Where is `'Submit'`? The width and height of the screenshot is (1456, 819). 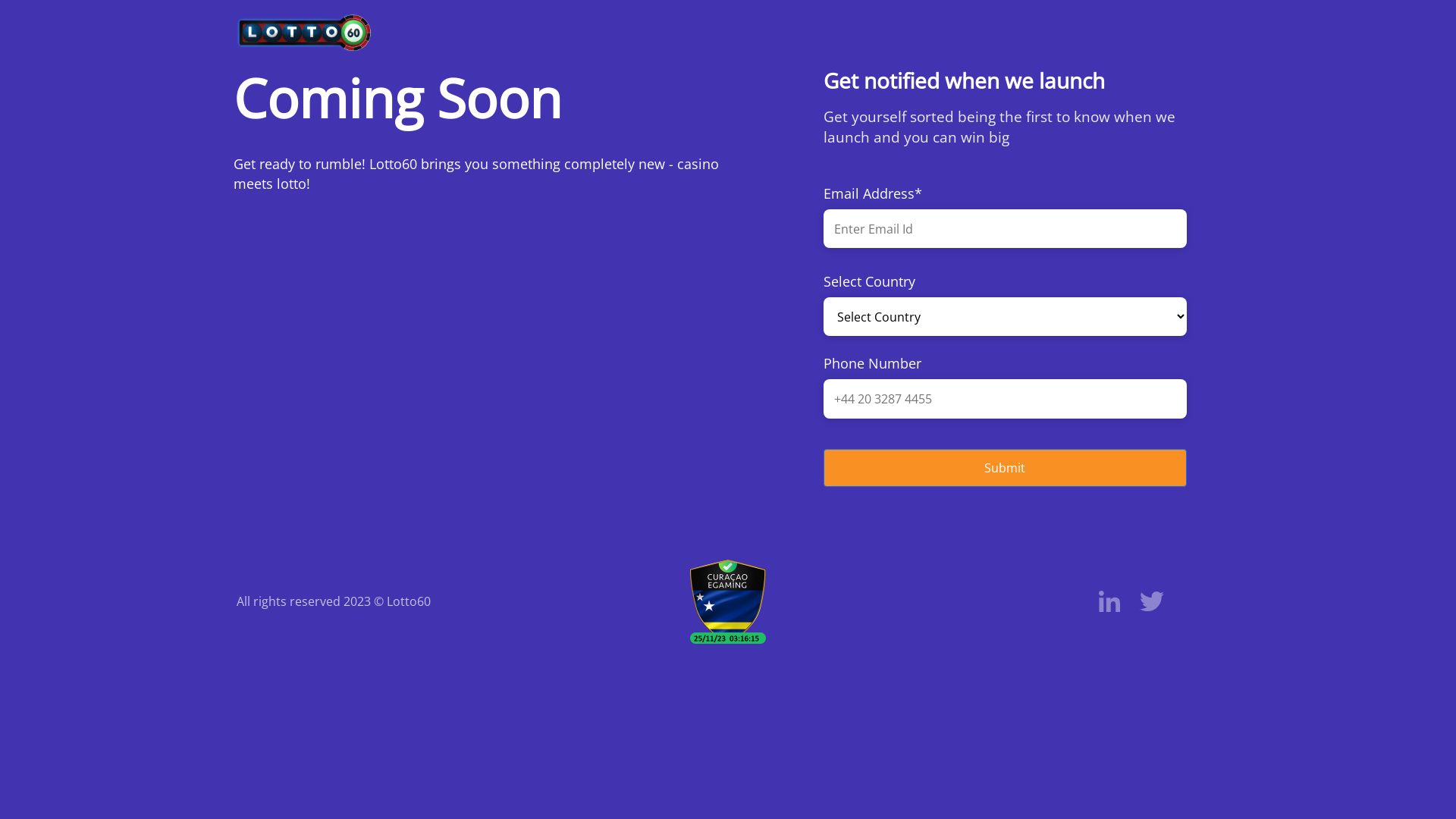 'Submit' is located at coordinates (1005, 444).